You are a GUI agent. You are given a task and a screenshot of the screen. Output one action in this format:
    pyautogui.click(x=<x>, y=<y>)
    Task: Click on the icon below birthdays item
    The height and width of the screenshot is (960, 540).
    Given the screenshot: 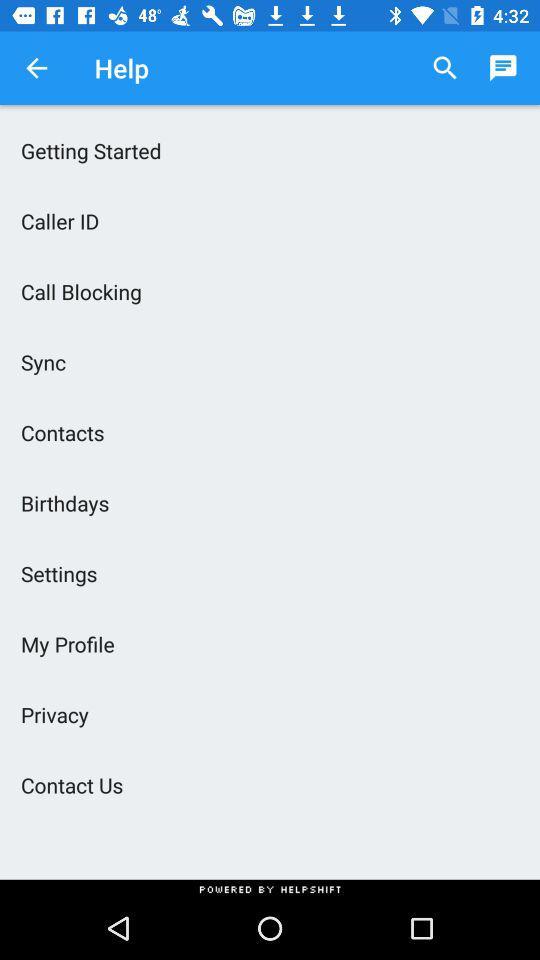 What is the action you would take?
    pyautogui.click(x=270, y=573)
    